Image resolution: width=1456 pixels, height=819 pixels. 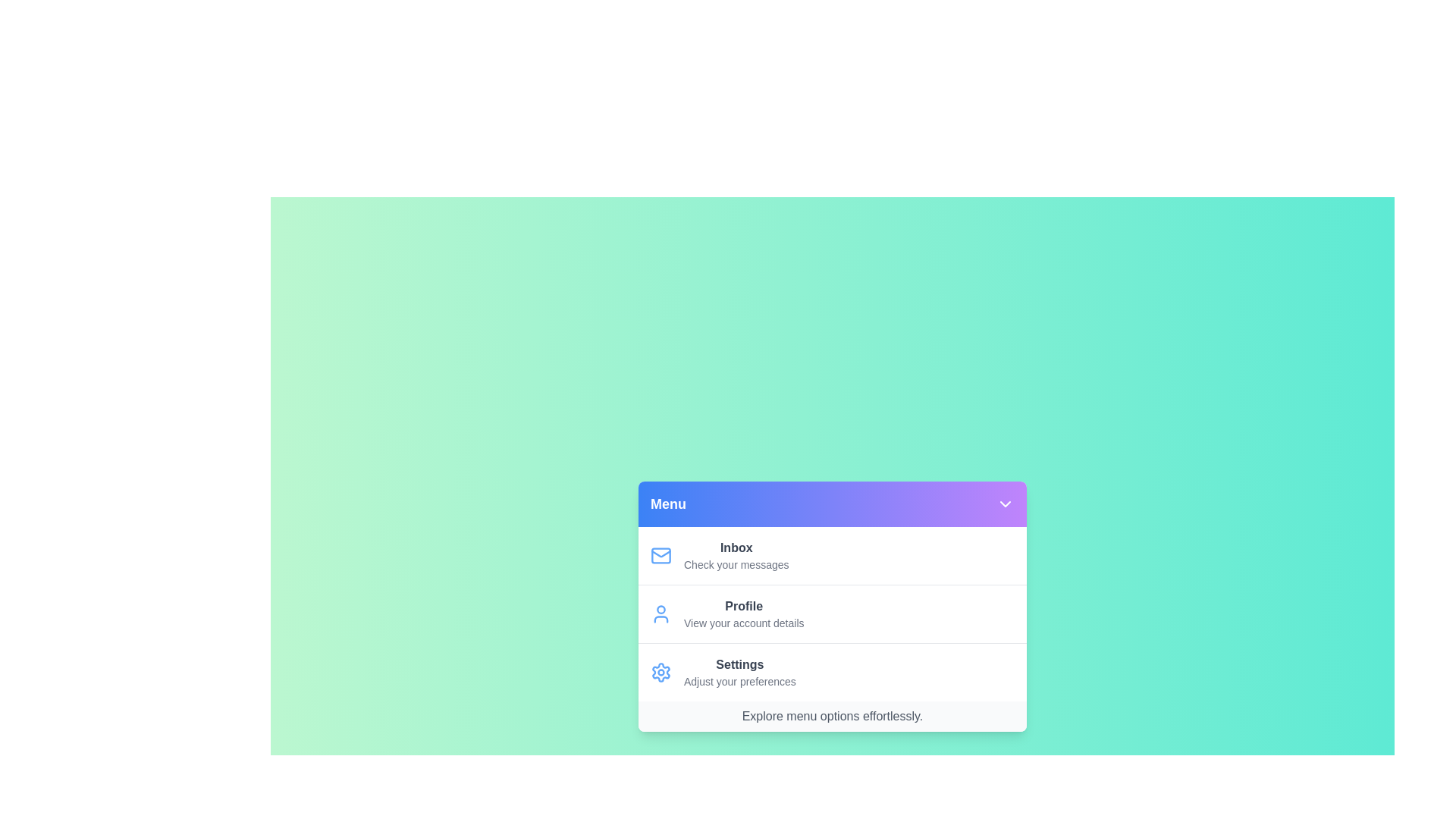 I want to click on the dropdown button to toggle the menu visibility, so click(x=1005, y=504).